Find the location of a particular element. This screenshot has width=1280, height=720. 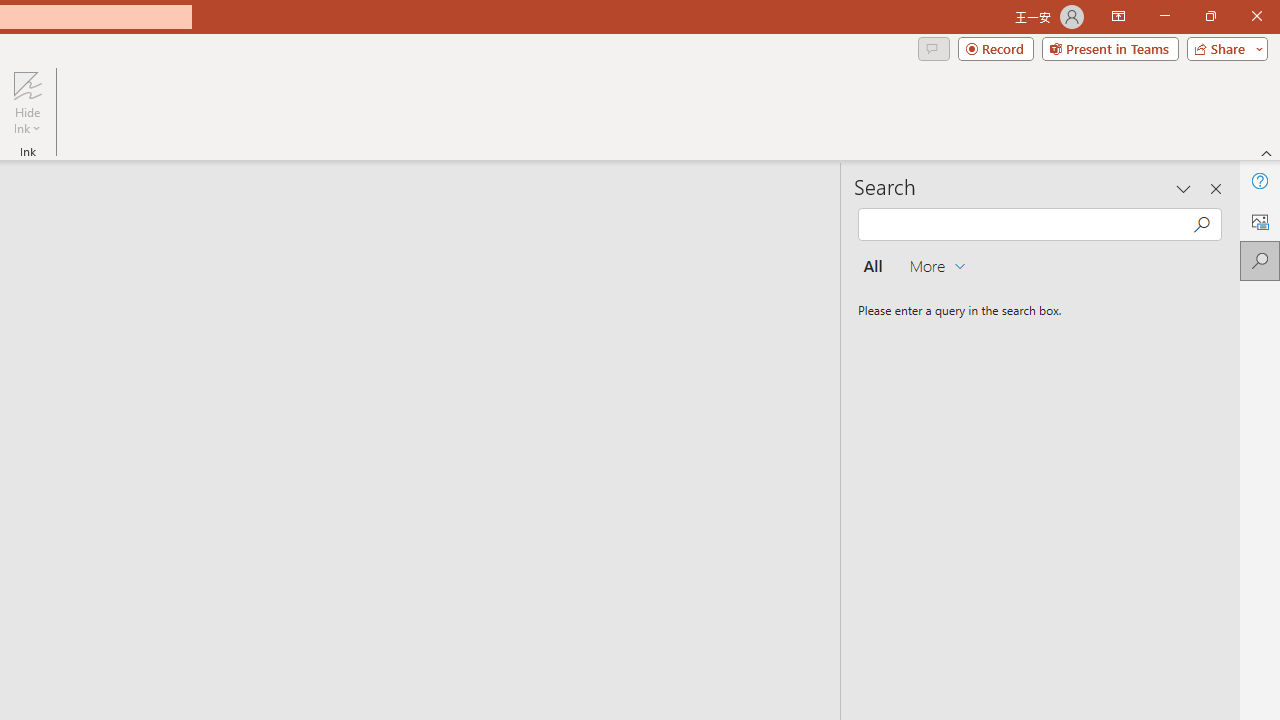

'Hide Ink' is located at coordinates (27, 84).